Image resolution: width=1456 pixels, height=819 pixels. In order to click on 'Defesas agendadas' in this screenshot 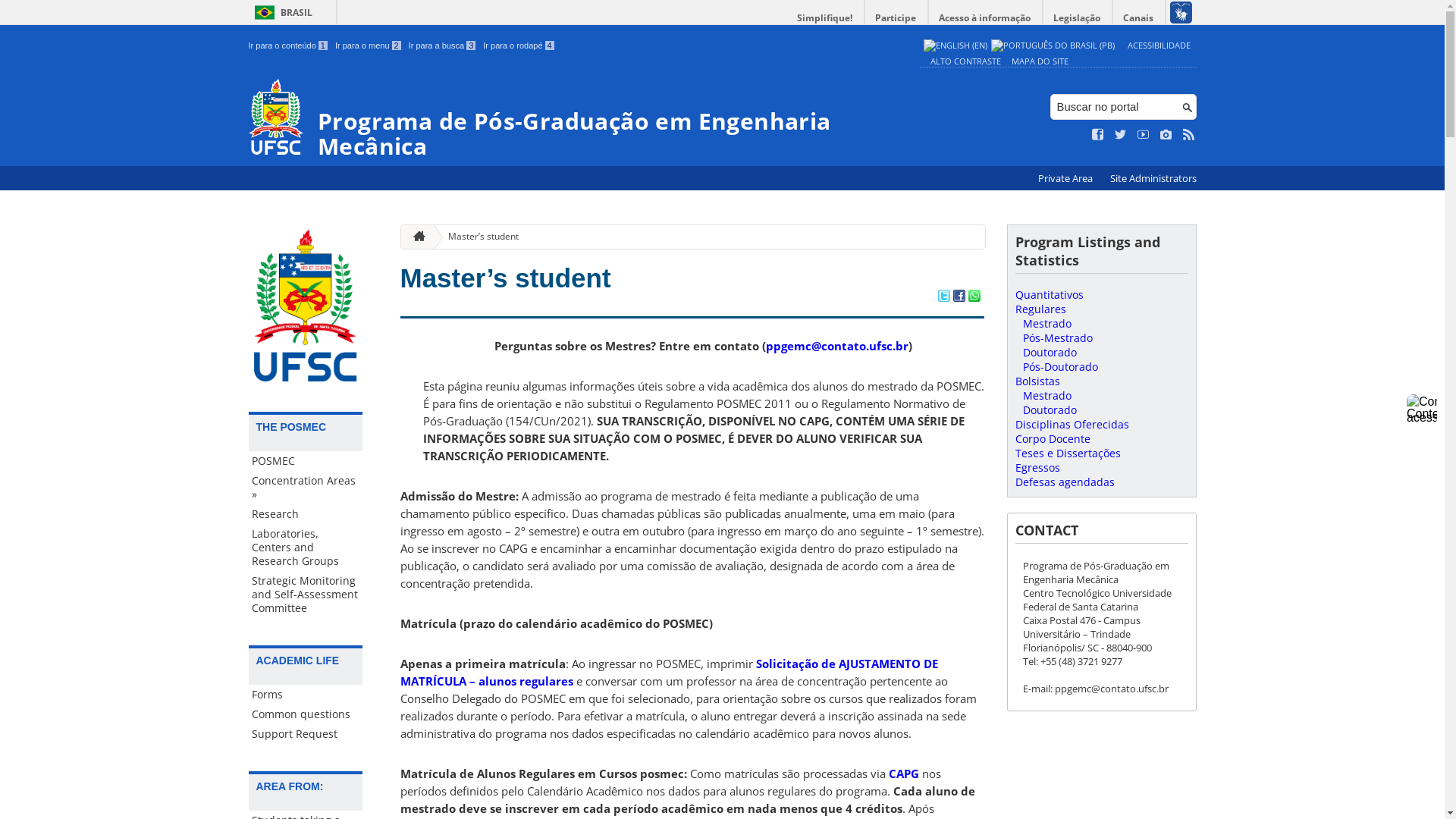, I will do `click(1063, 482)`.